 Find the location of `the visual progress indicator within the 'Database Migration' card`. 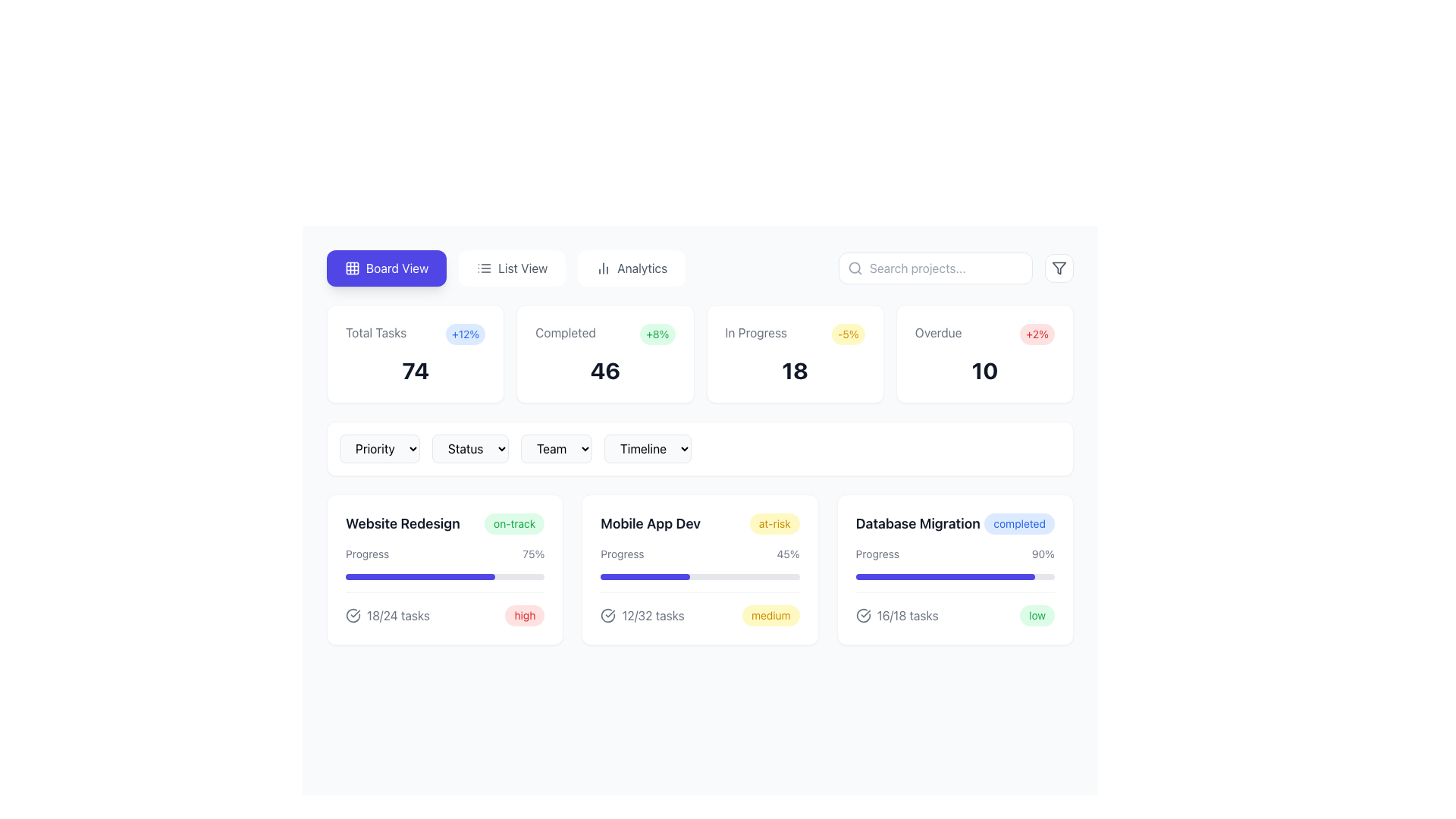

the visual progress indicator within the 'Database Migration' card is located at coordinates (954, 585).